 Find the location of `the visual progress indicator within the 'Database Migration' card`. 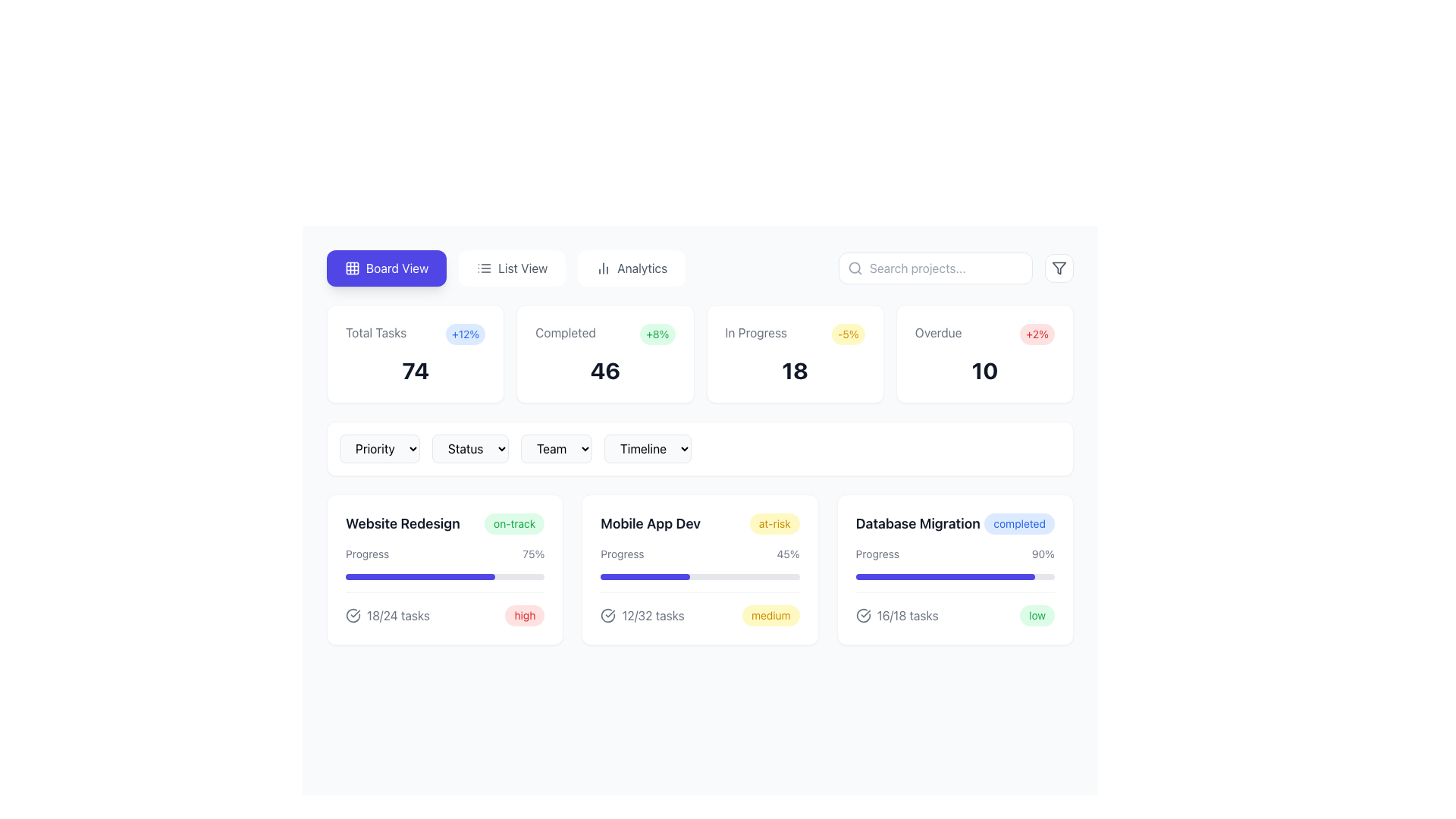

the visual progress indicator within the 'Database Migration' card is located at coordinates (954, 585).